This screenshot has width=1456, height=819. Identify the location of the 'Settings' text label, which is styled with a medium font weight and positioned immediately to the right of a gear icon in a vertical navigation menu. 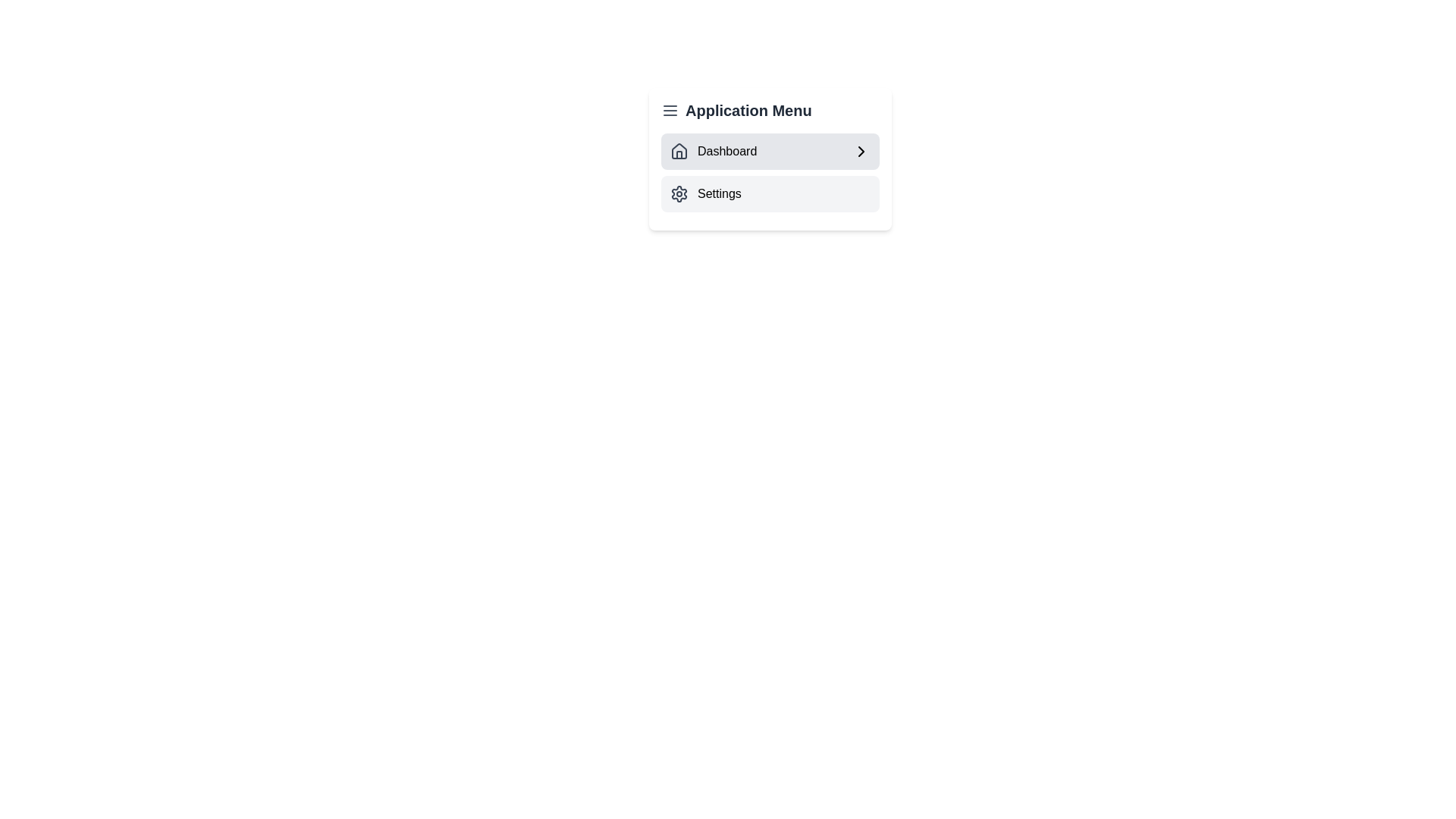
(718, 193).